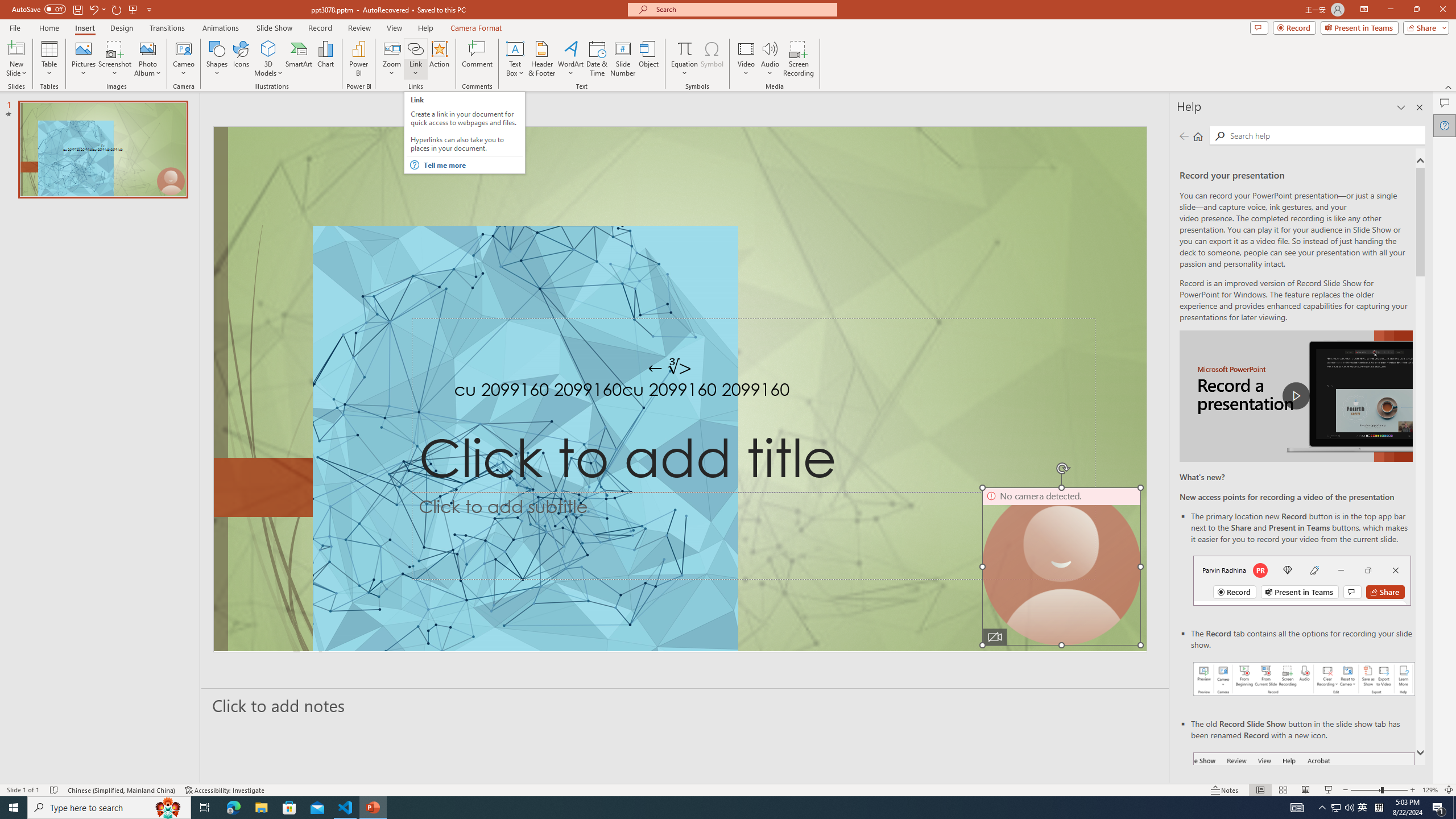 The height and width of the screenshot is (819, 1456). What do you see at coordinates (1449, 87) in the screenshot?
I see `'Collapse the Ribbon'` at bounding box center [1449, 87].